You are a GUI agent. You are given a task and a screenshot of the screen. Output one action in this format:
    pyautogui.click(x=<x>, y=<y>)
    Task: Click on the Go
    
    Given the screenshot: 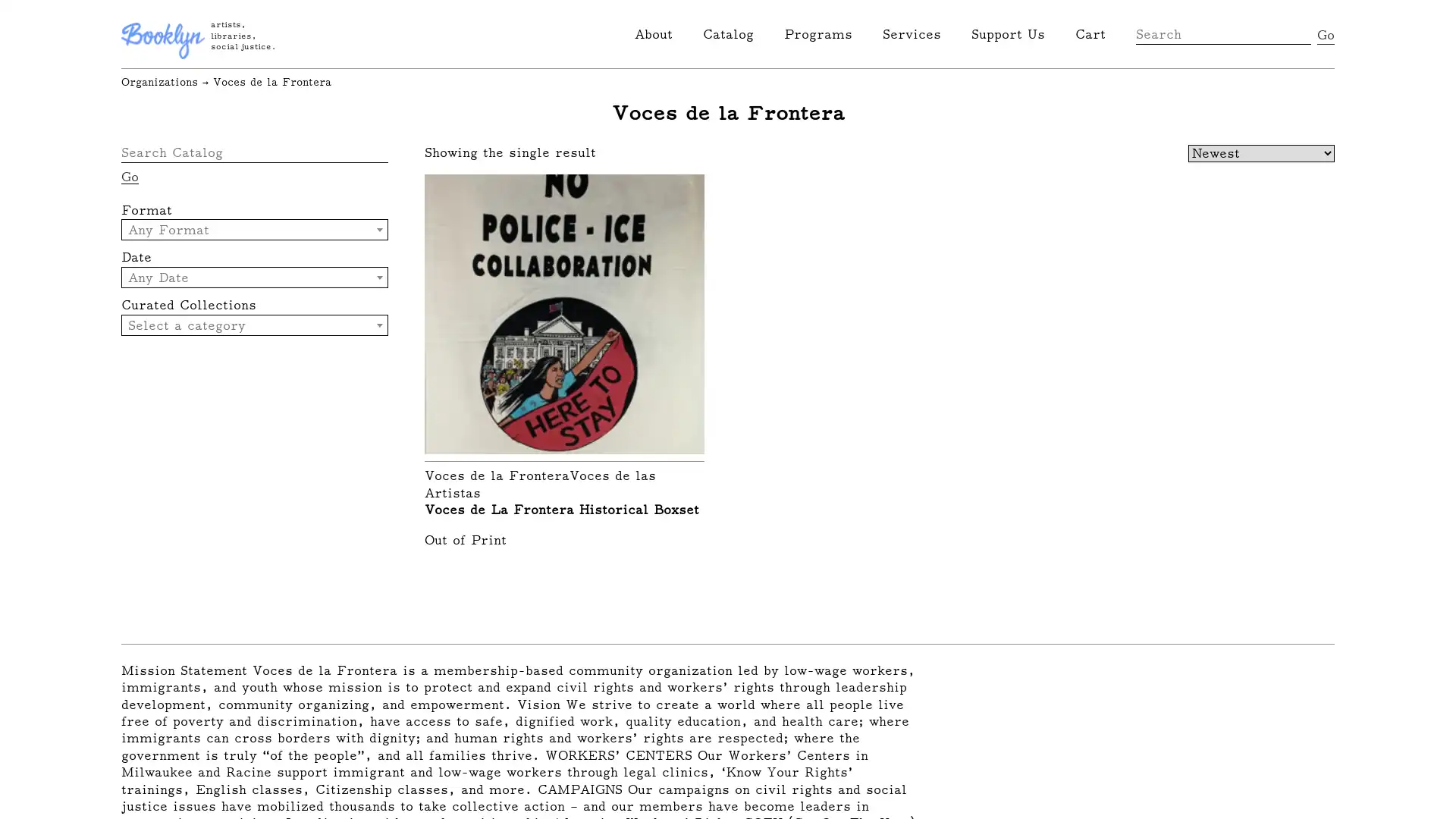 What is the action you would take?
    pyautogui.click(x=130, y=176)
    